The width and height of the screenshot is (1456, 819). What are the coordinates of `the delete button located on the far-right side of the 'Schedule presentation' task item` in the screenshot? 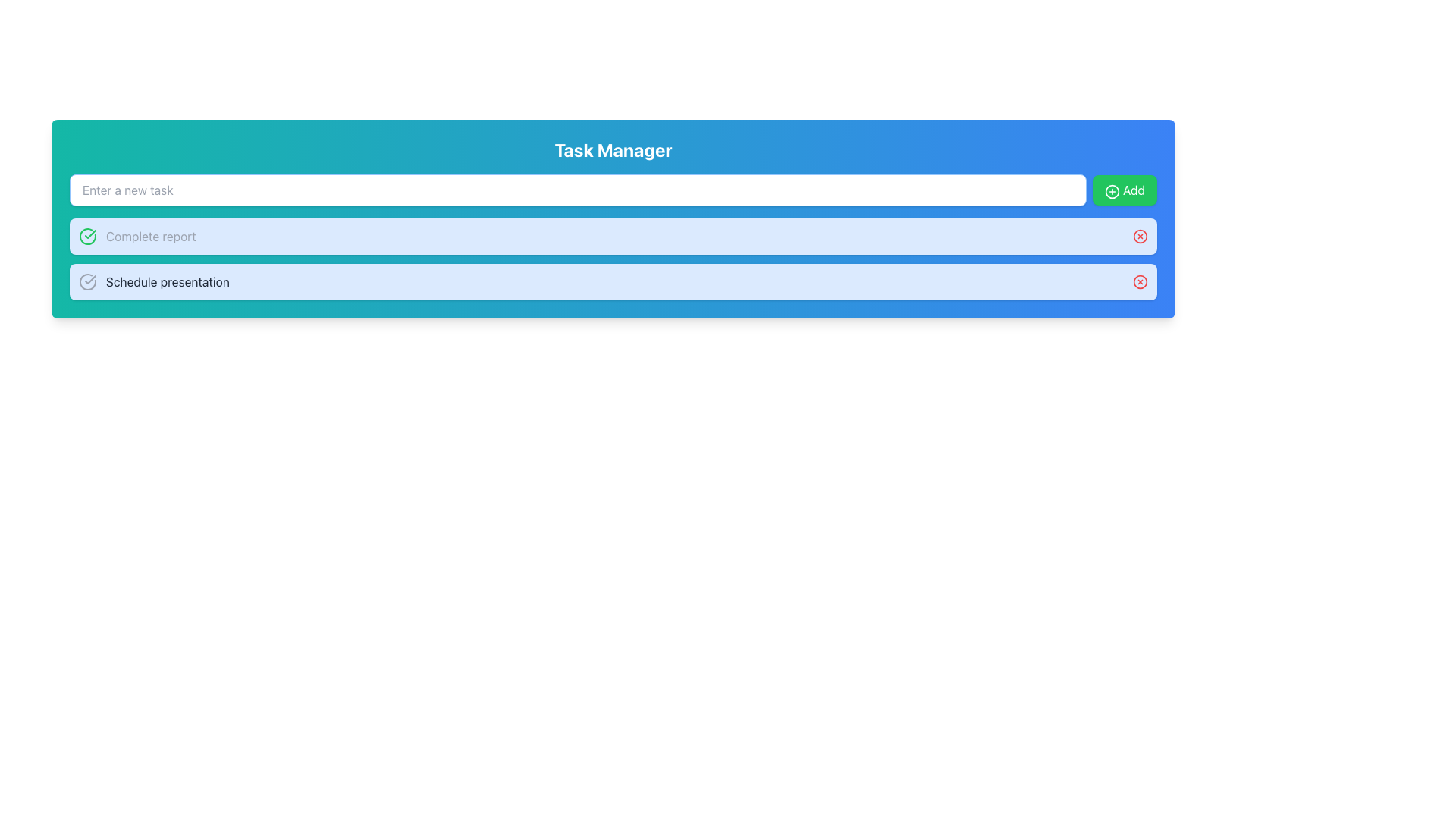 It's located at (1140, 281).